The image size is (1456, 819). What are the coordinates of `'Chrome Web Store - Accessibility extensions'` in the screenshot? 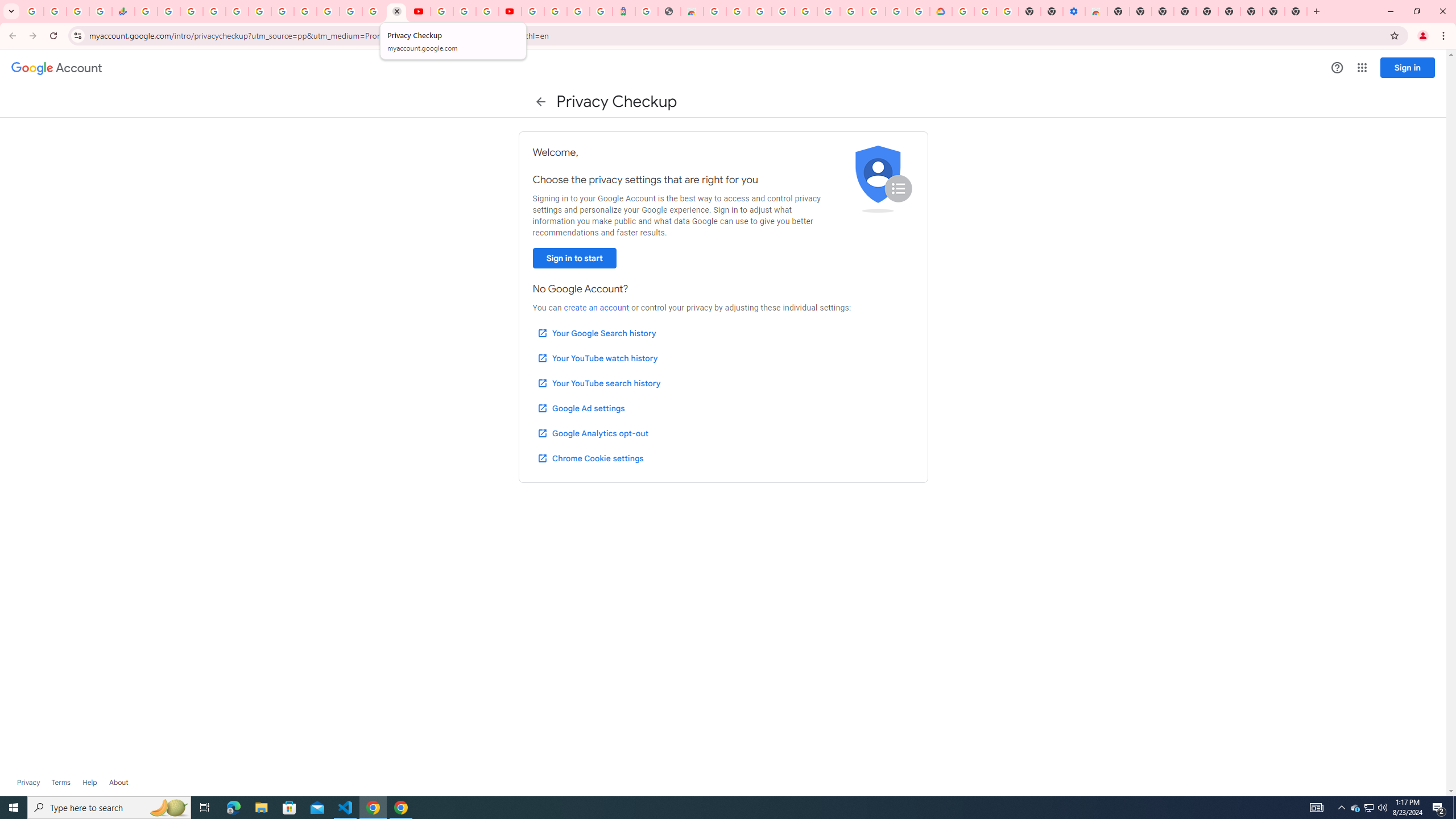 It's located at (1096, 11).